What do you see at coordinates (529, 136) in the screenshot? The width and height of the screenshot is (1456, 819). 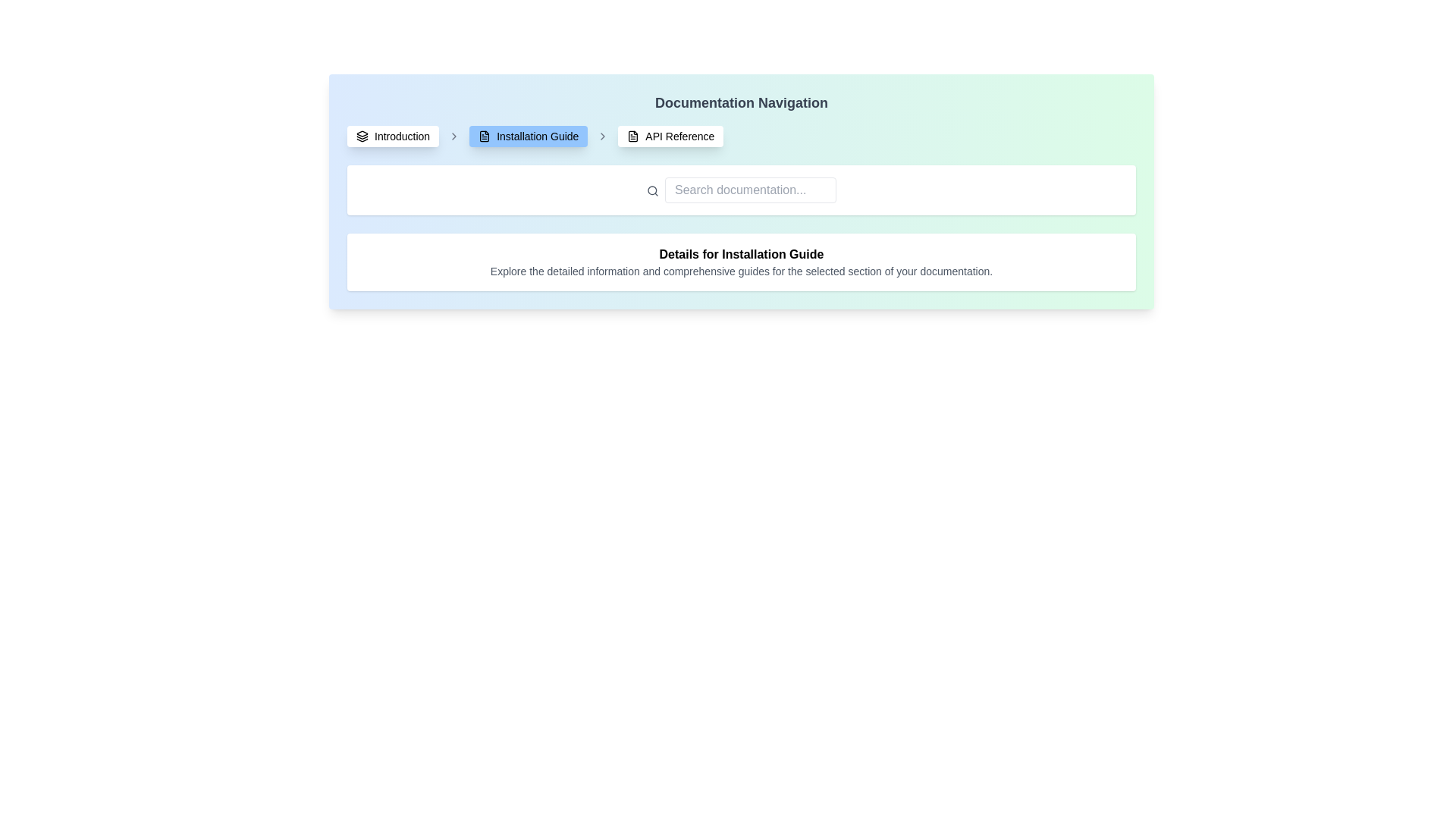 I see `the 'Installation Guide' button, which is a rounded rectangular button with a blue background, located in the horizontal navigation bar between the 'Introduction' and 'API Reference' buttons` at bounding box center [529, 136].